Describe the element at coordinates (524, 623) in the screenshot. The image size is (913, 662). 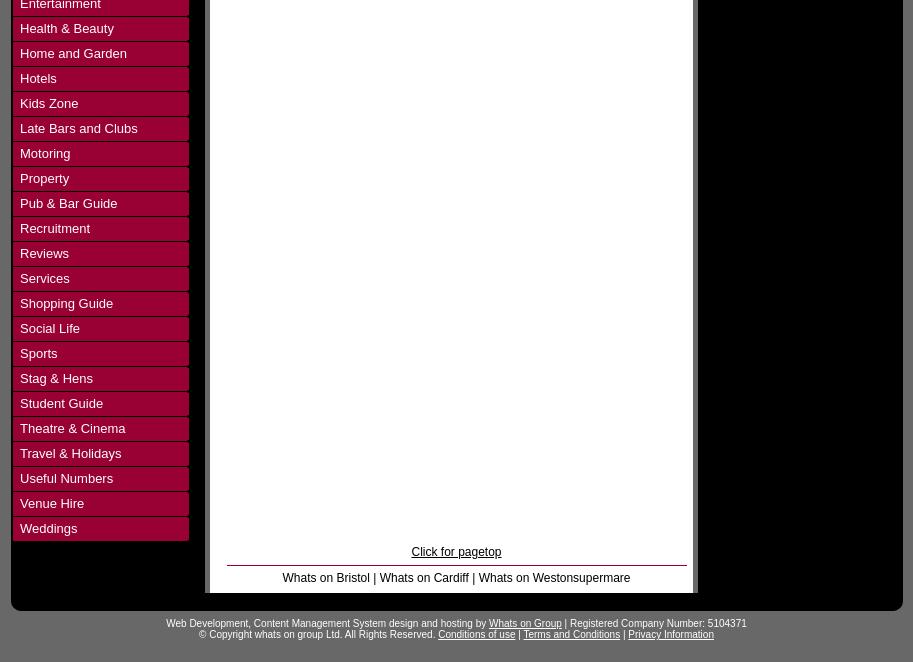
I see `'Whats on Group'` at that location.